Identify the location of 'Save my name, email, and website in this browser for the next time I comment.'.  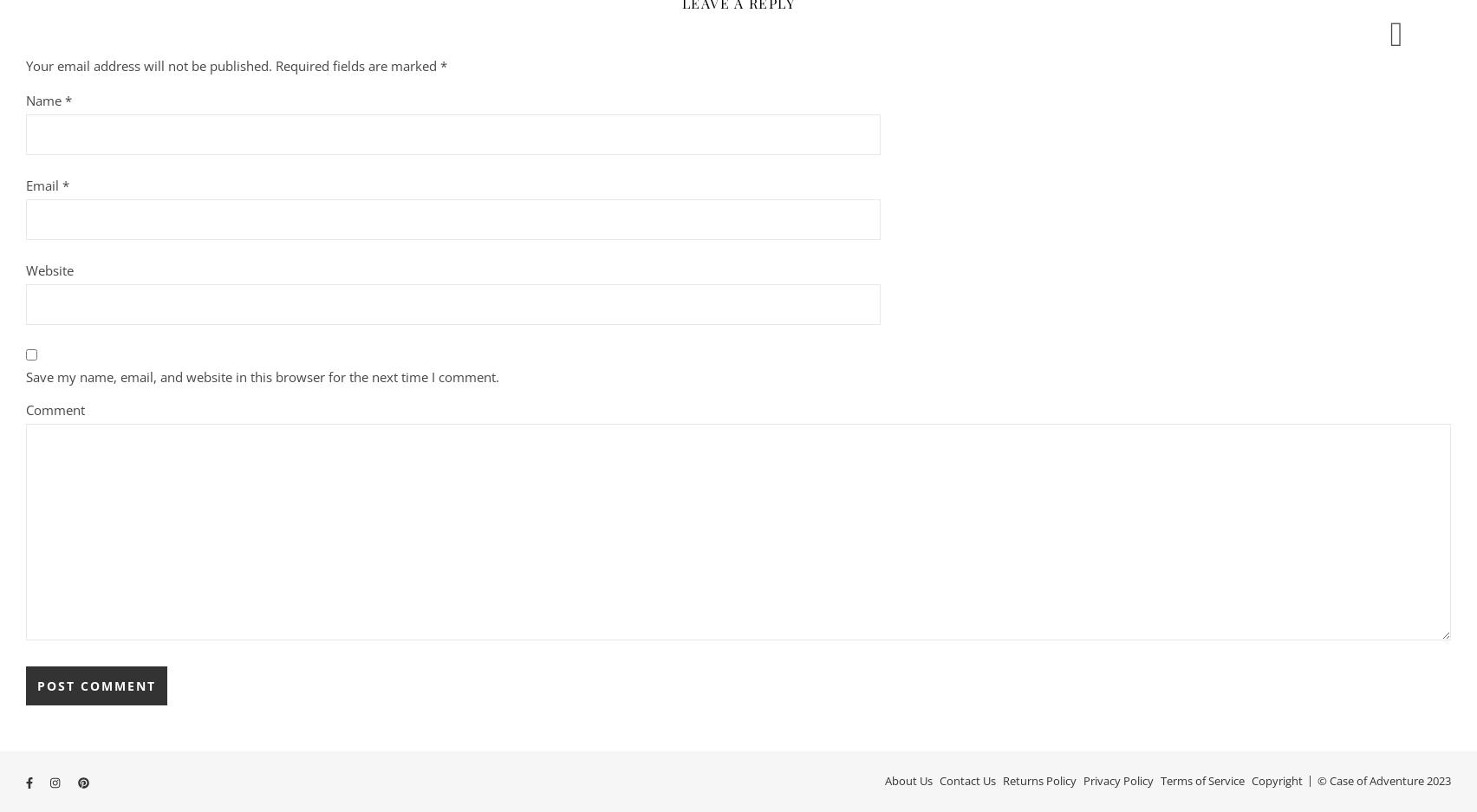
(261, 375).